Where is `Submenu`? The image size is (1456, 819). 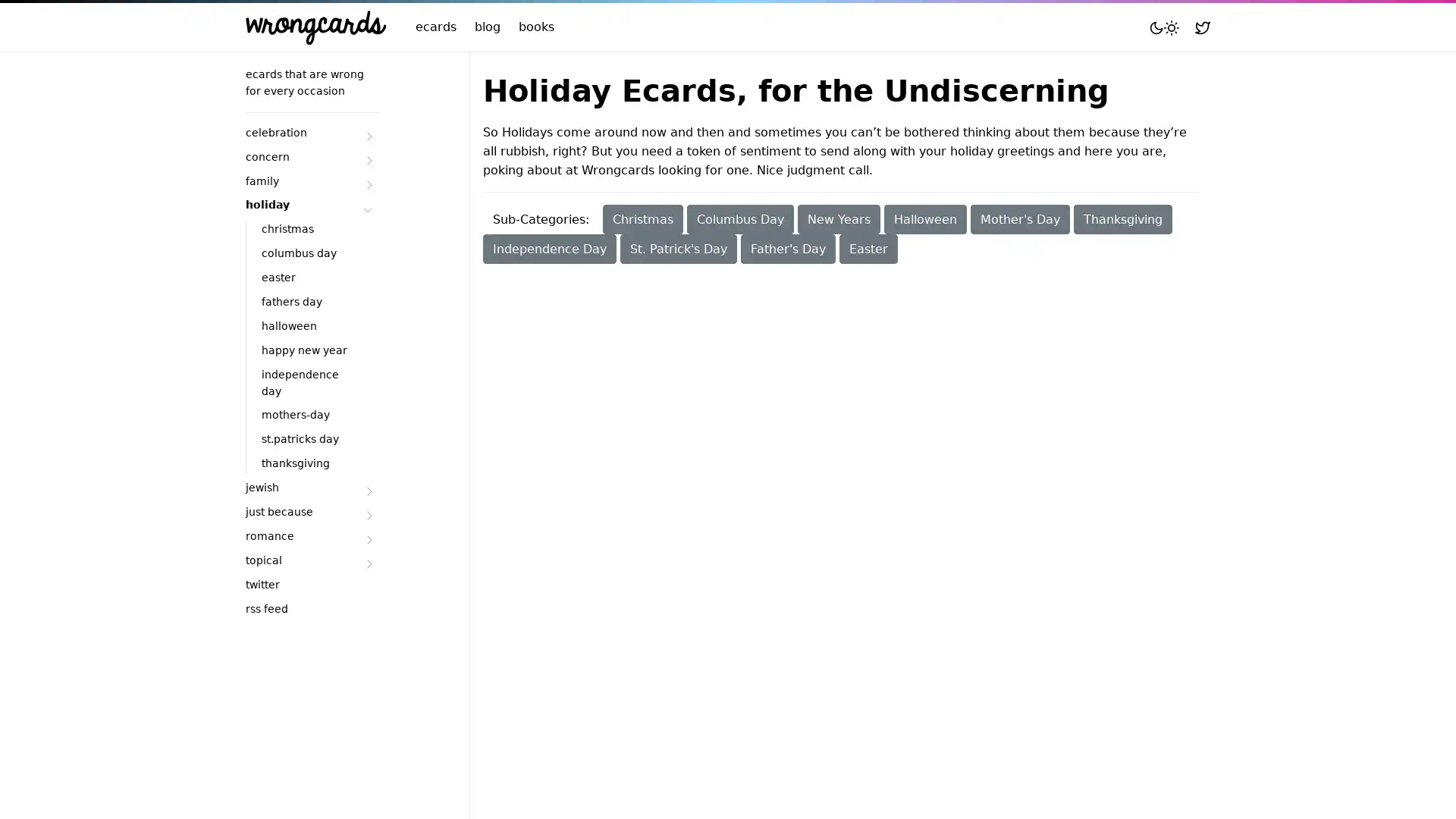 Submenu is located at coordinates (367, 491).